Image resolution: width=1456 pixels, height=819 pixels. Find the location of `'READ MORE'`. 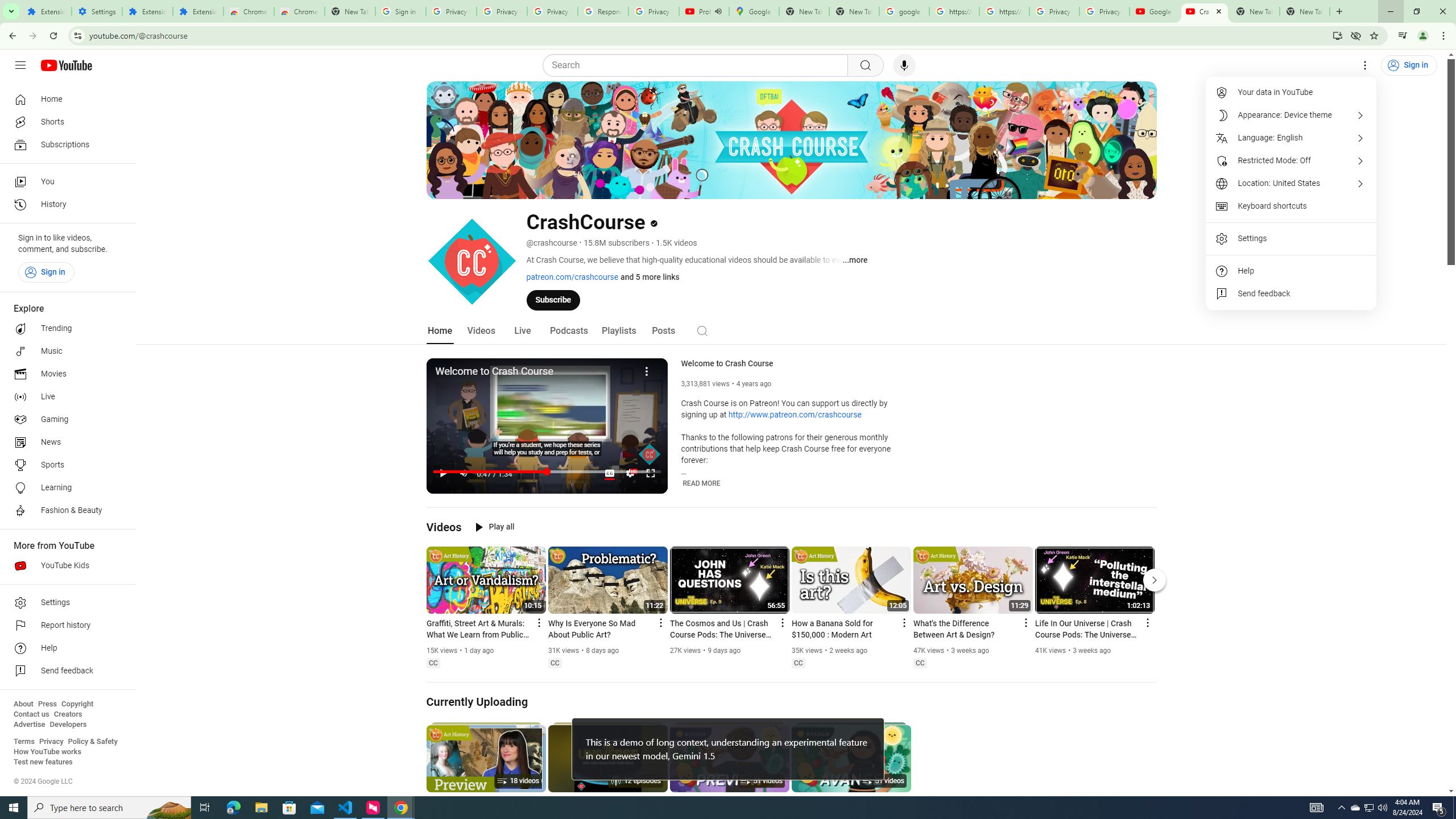

'READ MORE' is located at coordinates (701, 483).